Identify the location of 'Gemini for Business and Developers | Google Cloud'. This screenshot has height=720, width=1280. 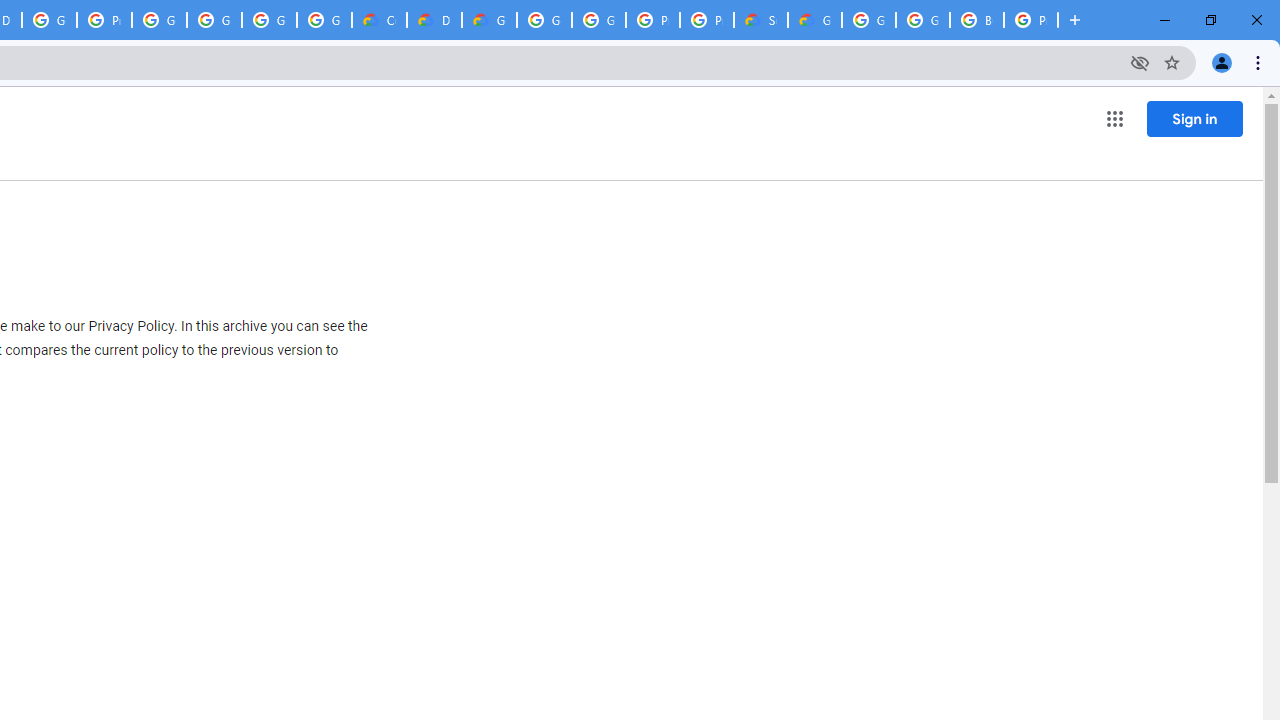
(489, 20).